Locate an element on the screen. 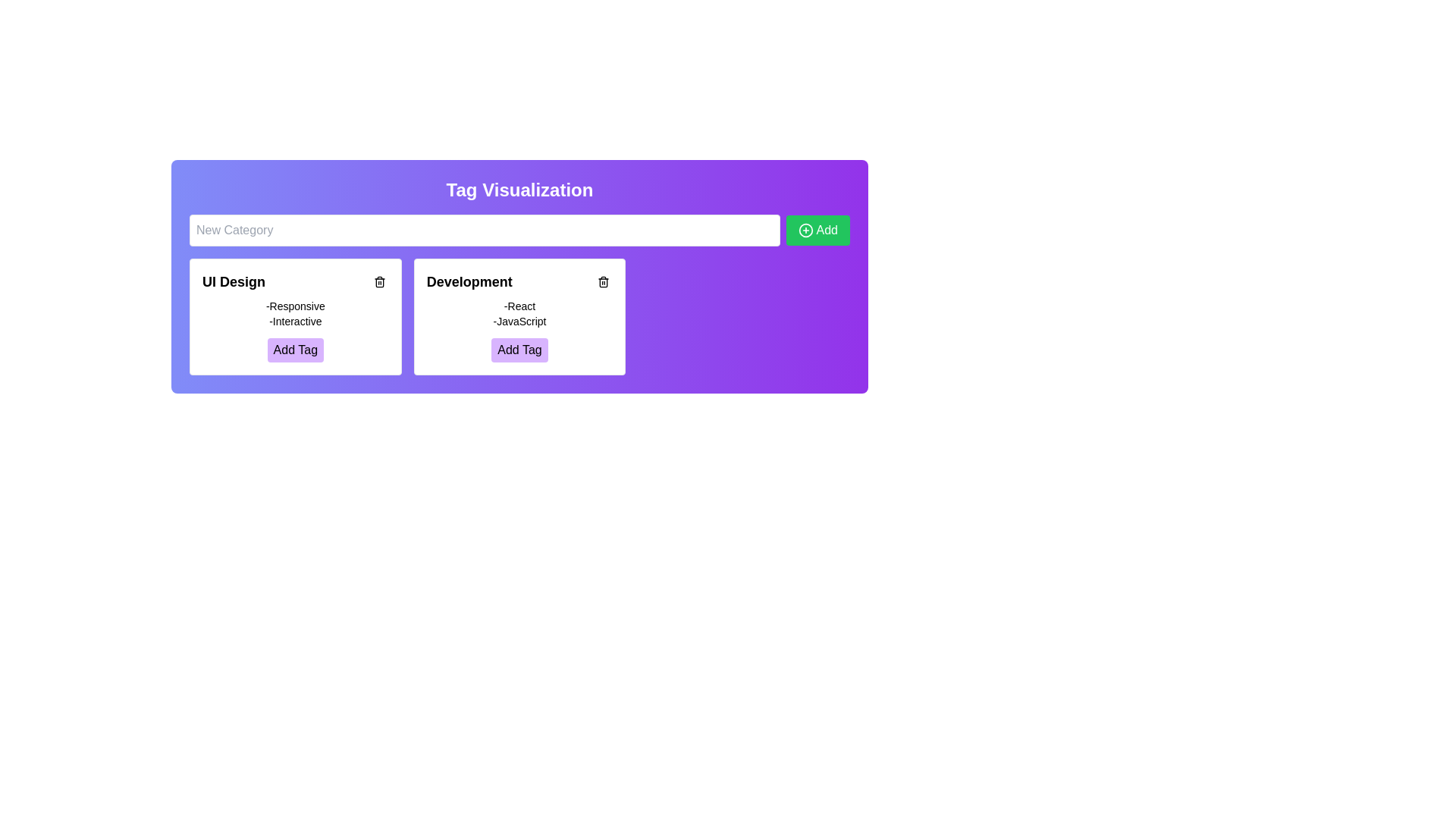 The image size is (1456, 819). the button located at the top-right corner of the interface, adjacent to the 'New Category' text input field is located at coordinates (817, 231).